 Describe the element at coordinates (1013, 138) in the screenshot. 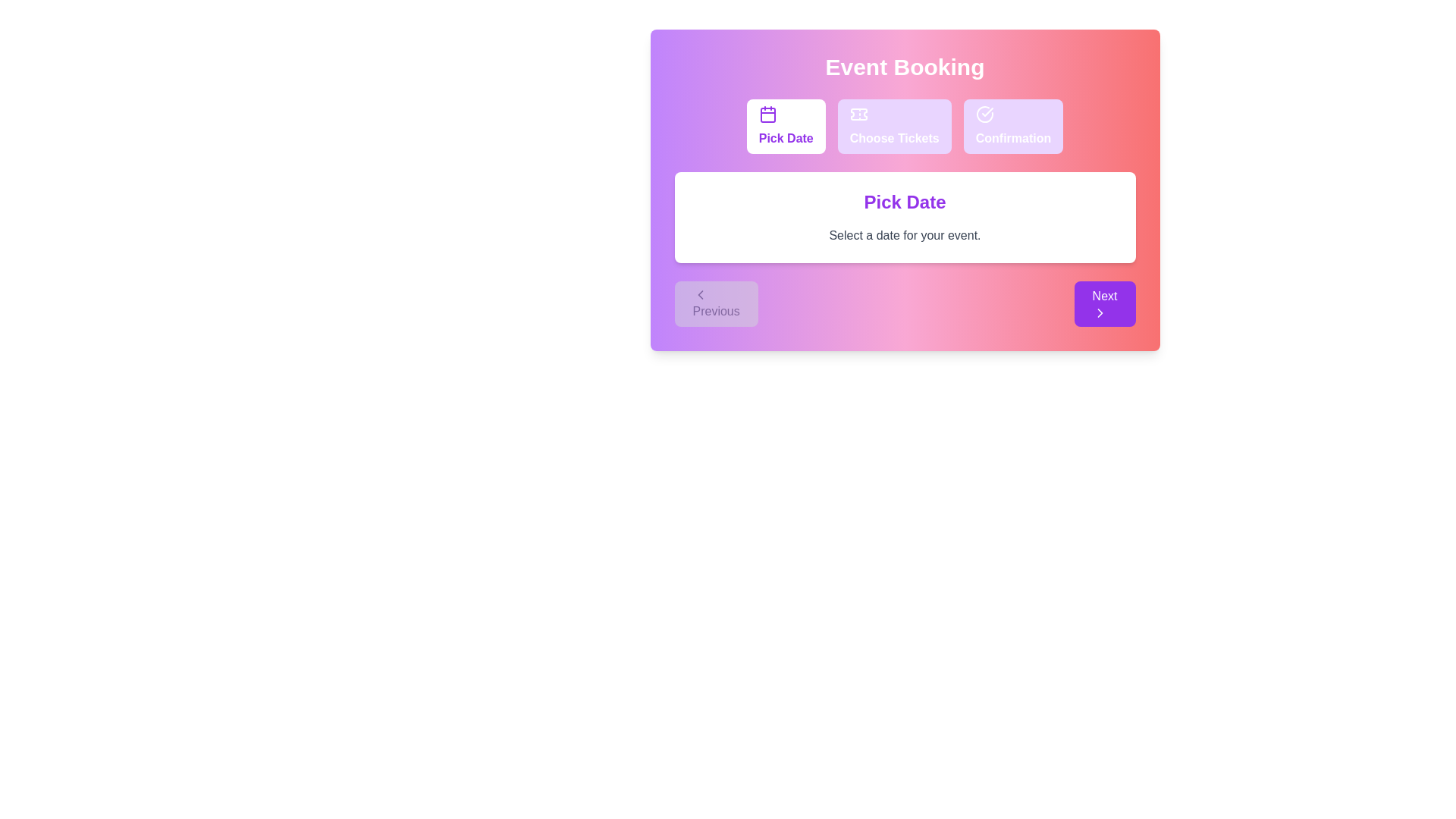

I see `the 'Confirmation' text label styled with a bold font on a light purple background, located within the top-right rectangular button` at that location.